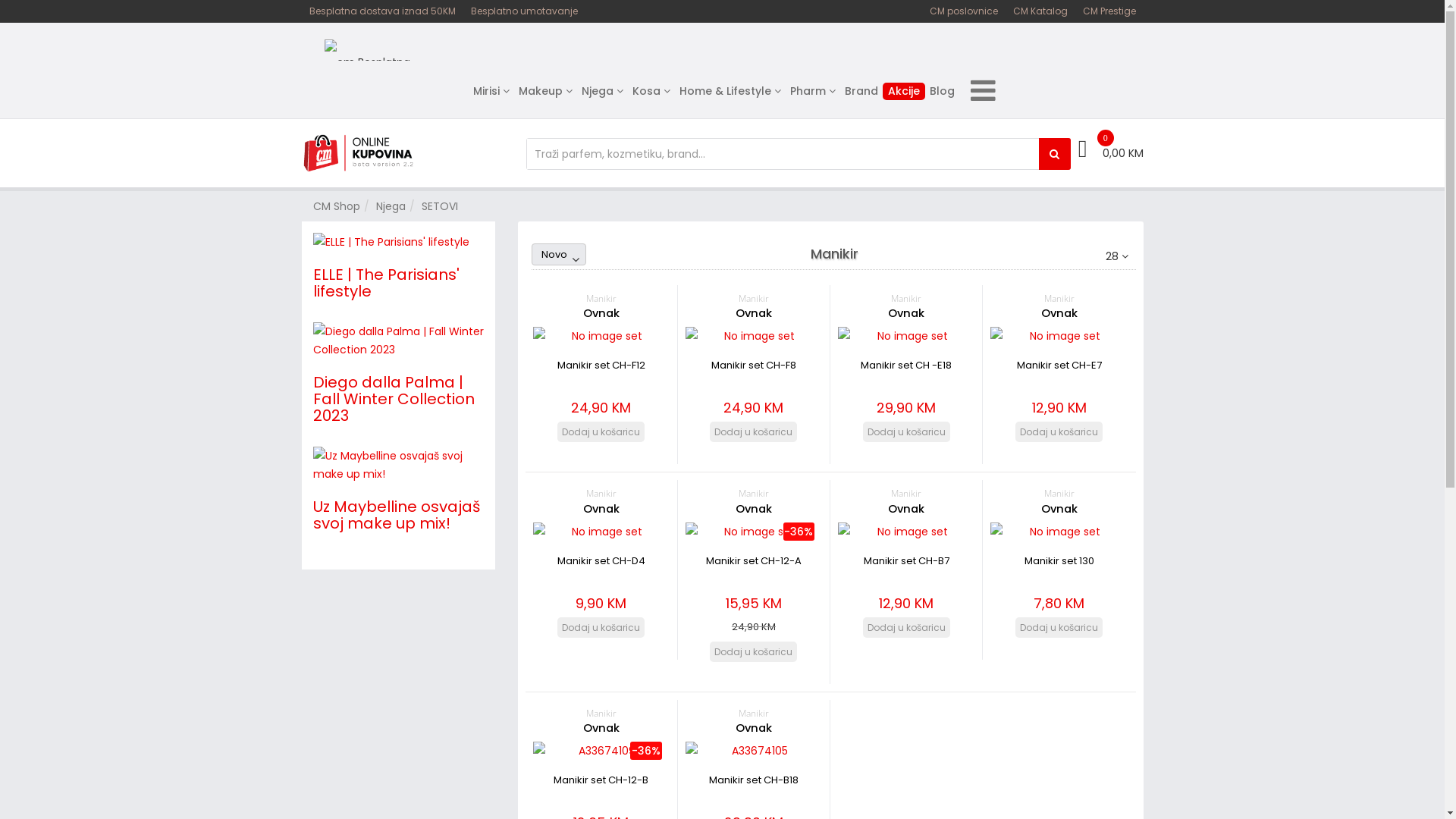  What do you see at coordinates (786, 91) in the screenshot?
I see `'Pharm'` at bounding box center [786, 91].